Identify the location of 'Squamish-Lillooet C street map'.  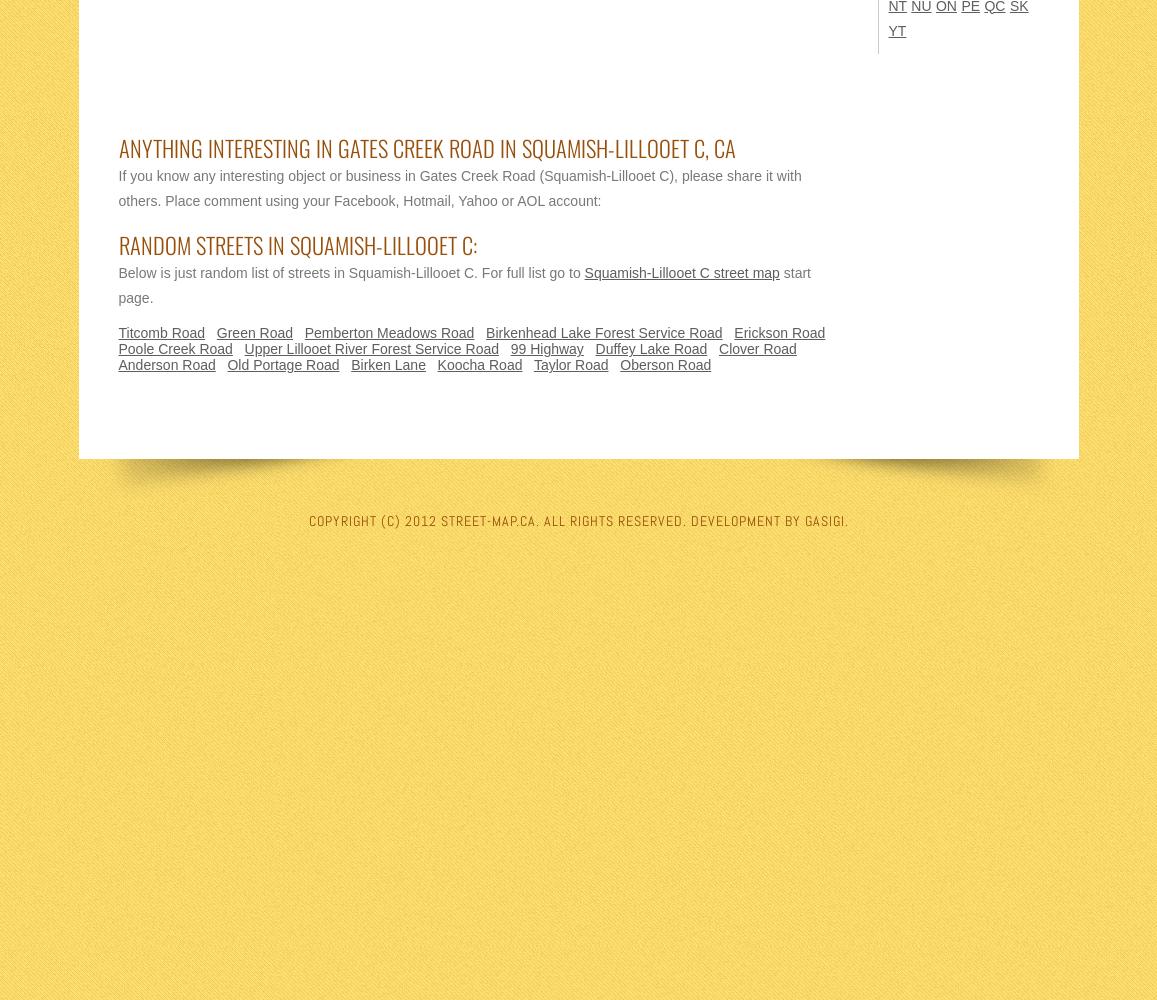
(680, 272).